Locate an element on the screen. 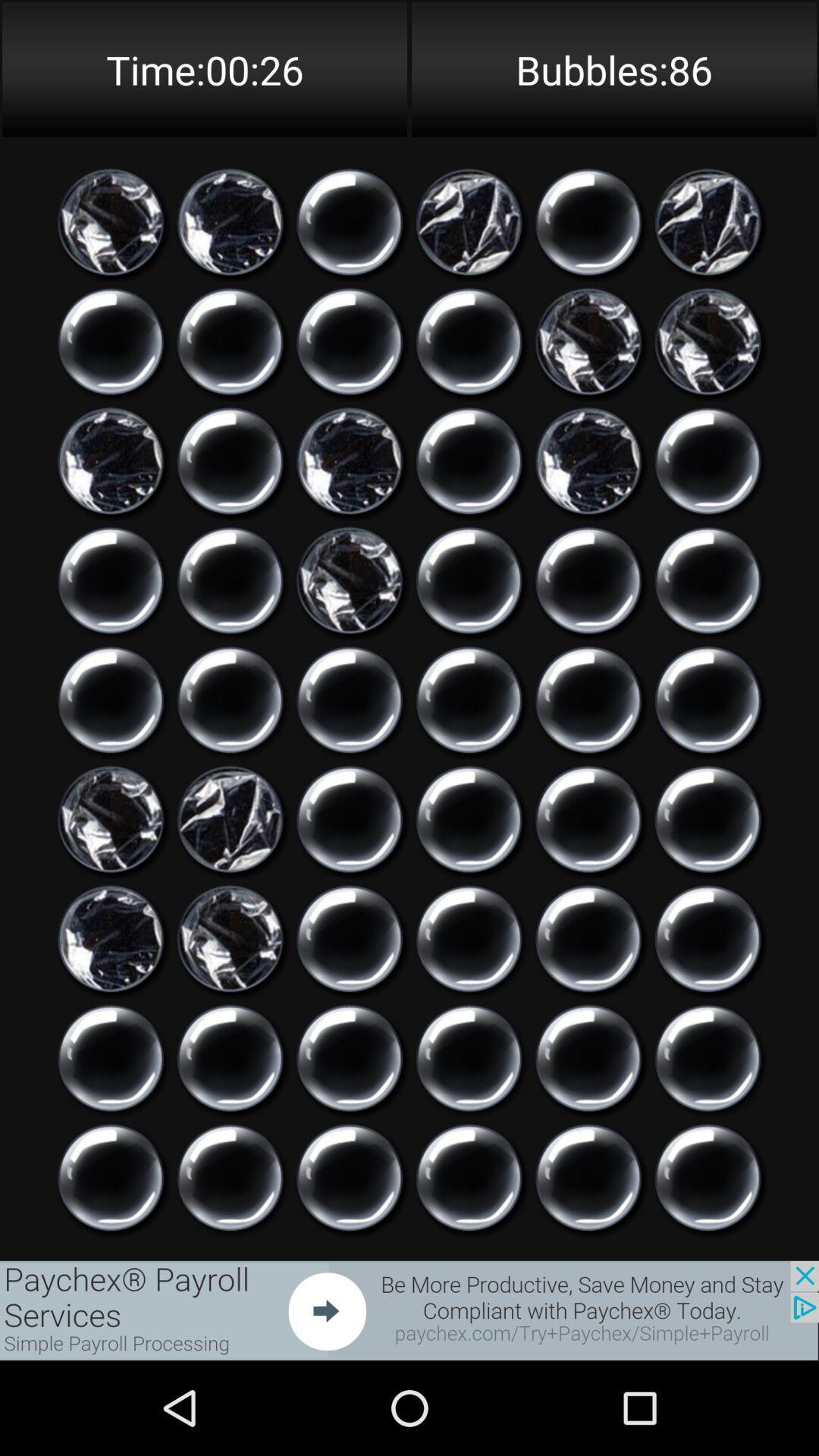  the refresh icon is located at coordinates (588, 1132).